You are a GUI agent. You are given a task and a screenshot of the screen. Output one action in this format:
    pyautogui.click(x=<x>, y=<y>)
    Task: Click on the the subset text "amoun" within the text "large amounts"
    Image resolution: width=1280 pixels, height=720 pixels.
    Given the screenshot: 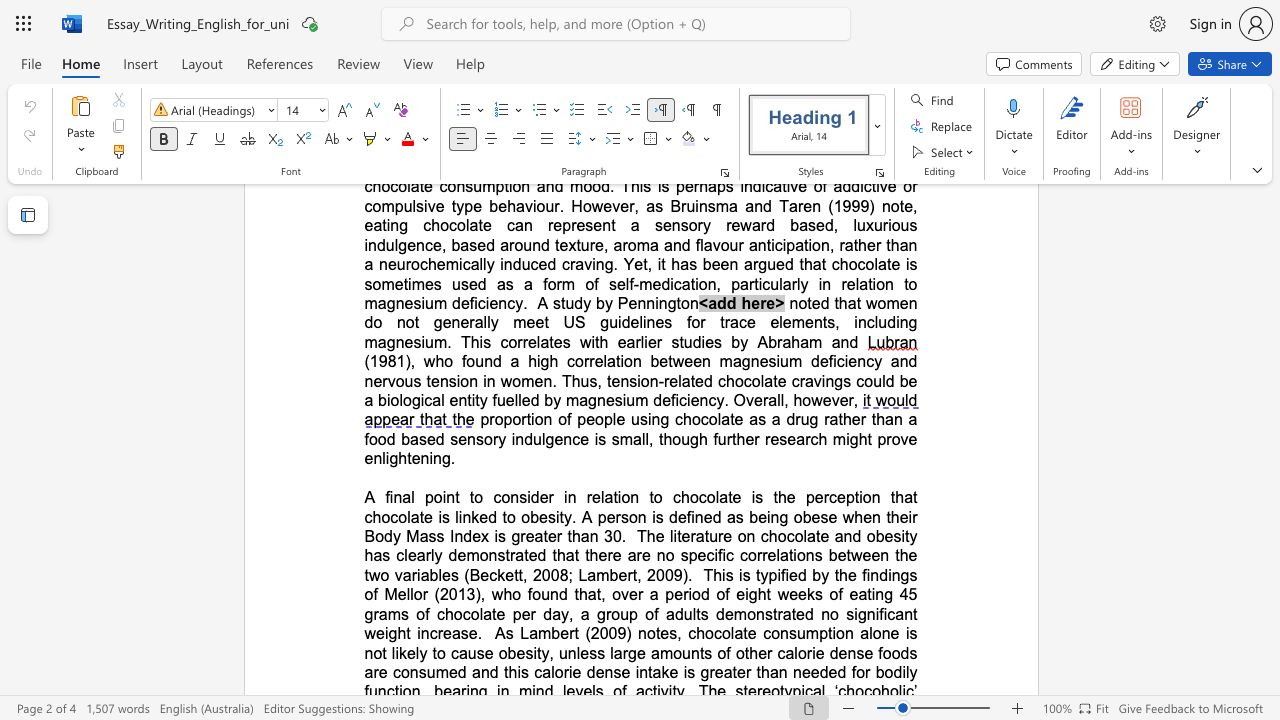 What is the action you would take?
    pyautogui.click(x=651, y=653)
    